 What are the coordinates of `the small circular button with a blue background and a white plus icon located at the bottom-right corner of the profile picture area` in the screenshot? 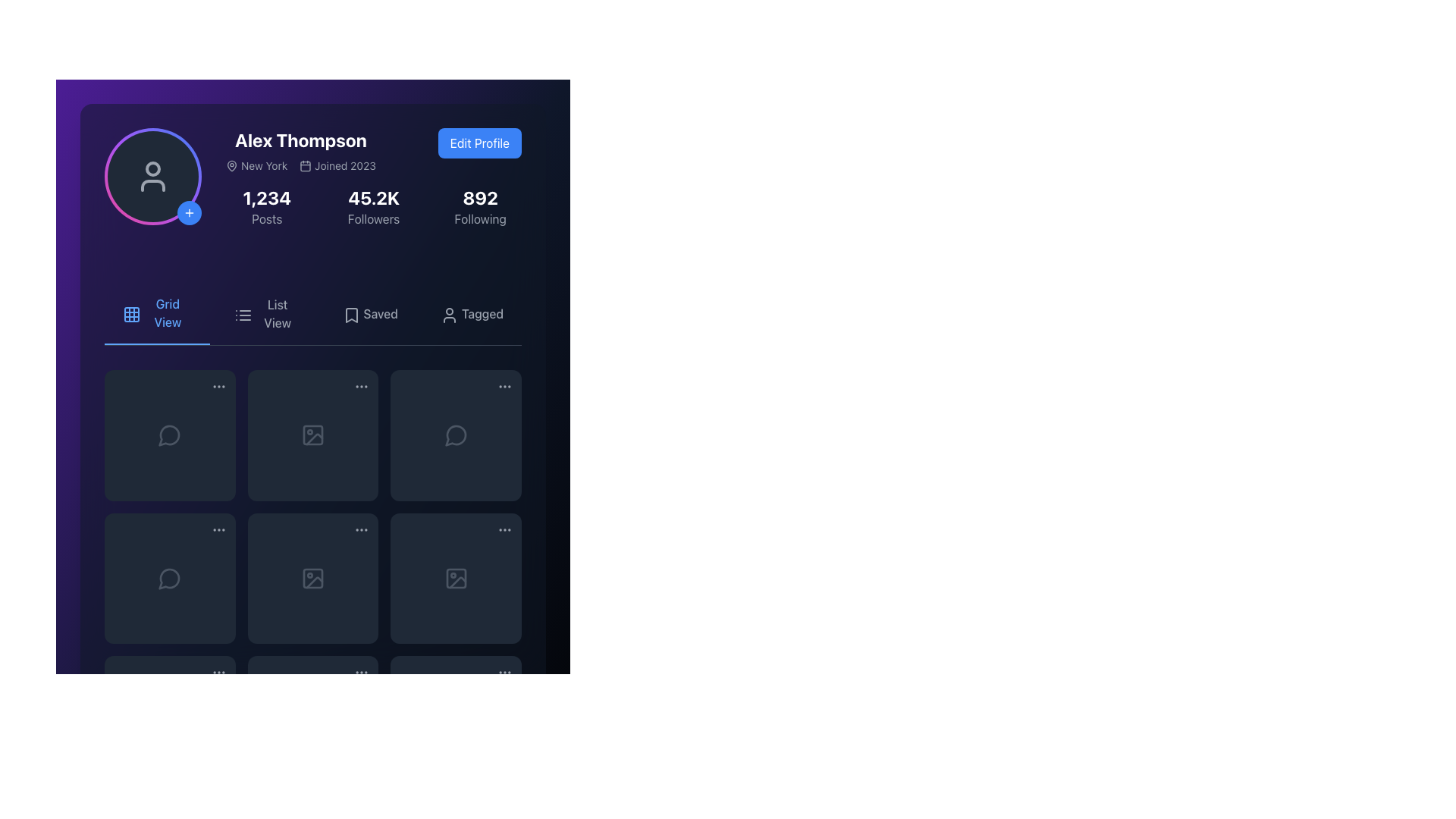 It's located at (188, 213).